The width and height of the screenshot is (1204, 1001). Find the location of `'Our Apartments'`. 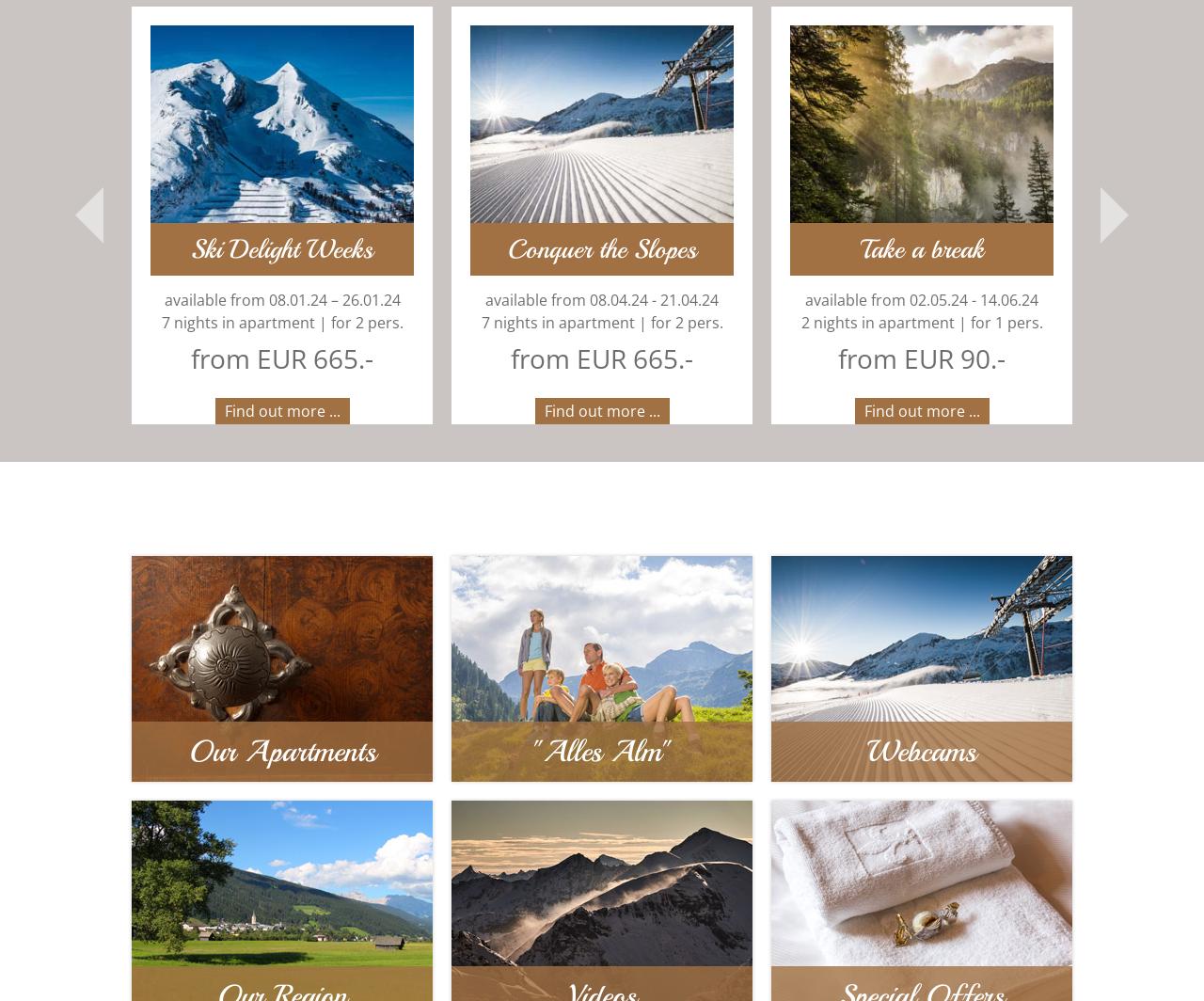

'Our Apartments' is located at coordinates (280, 753).